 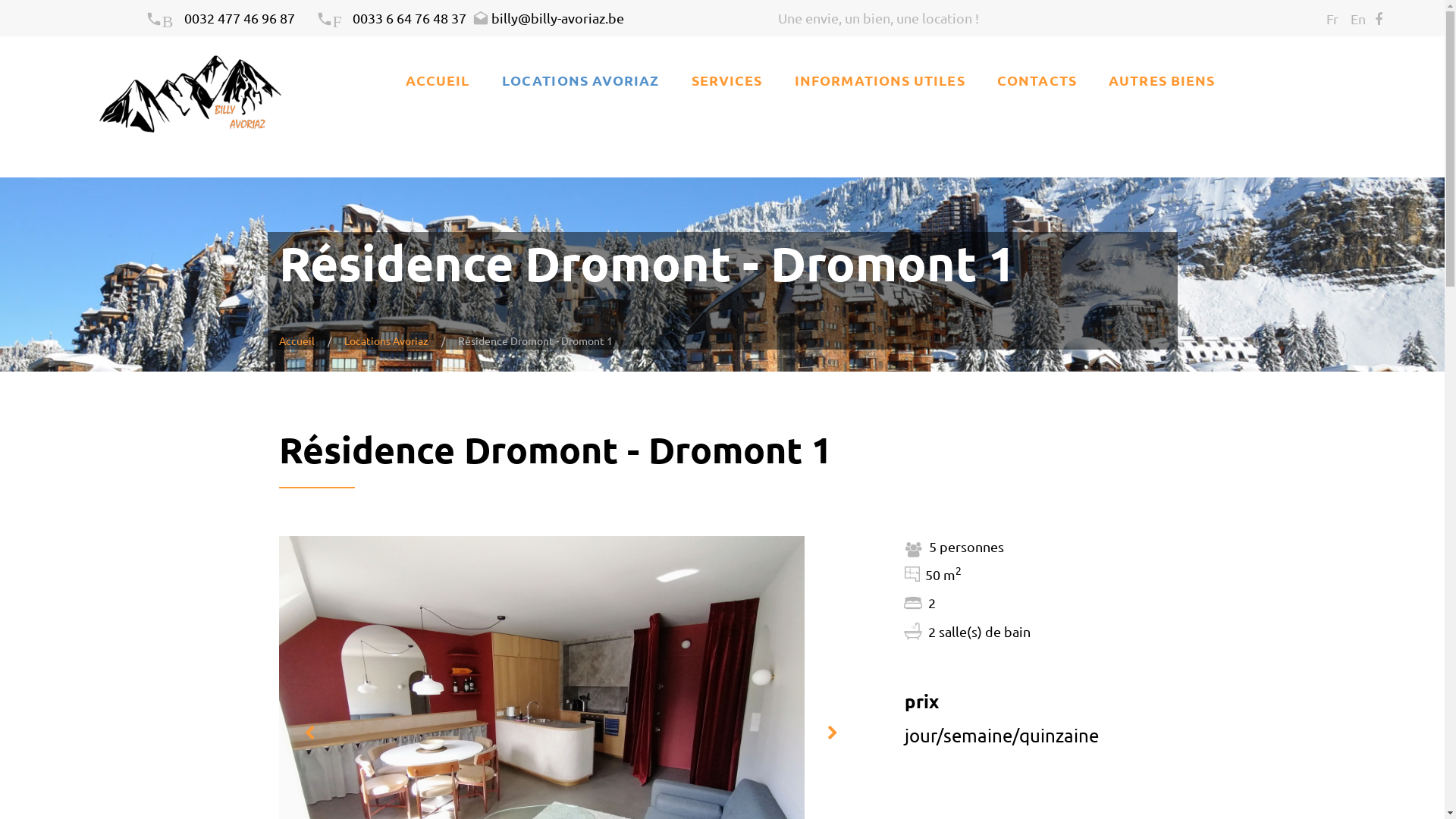 What do you see at coordinates (880, 80) in the screenshot?
I see `'INFORMATIONS UTILES'` at bounding box center [880, 80].